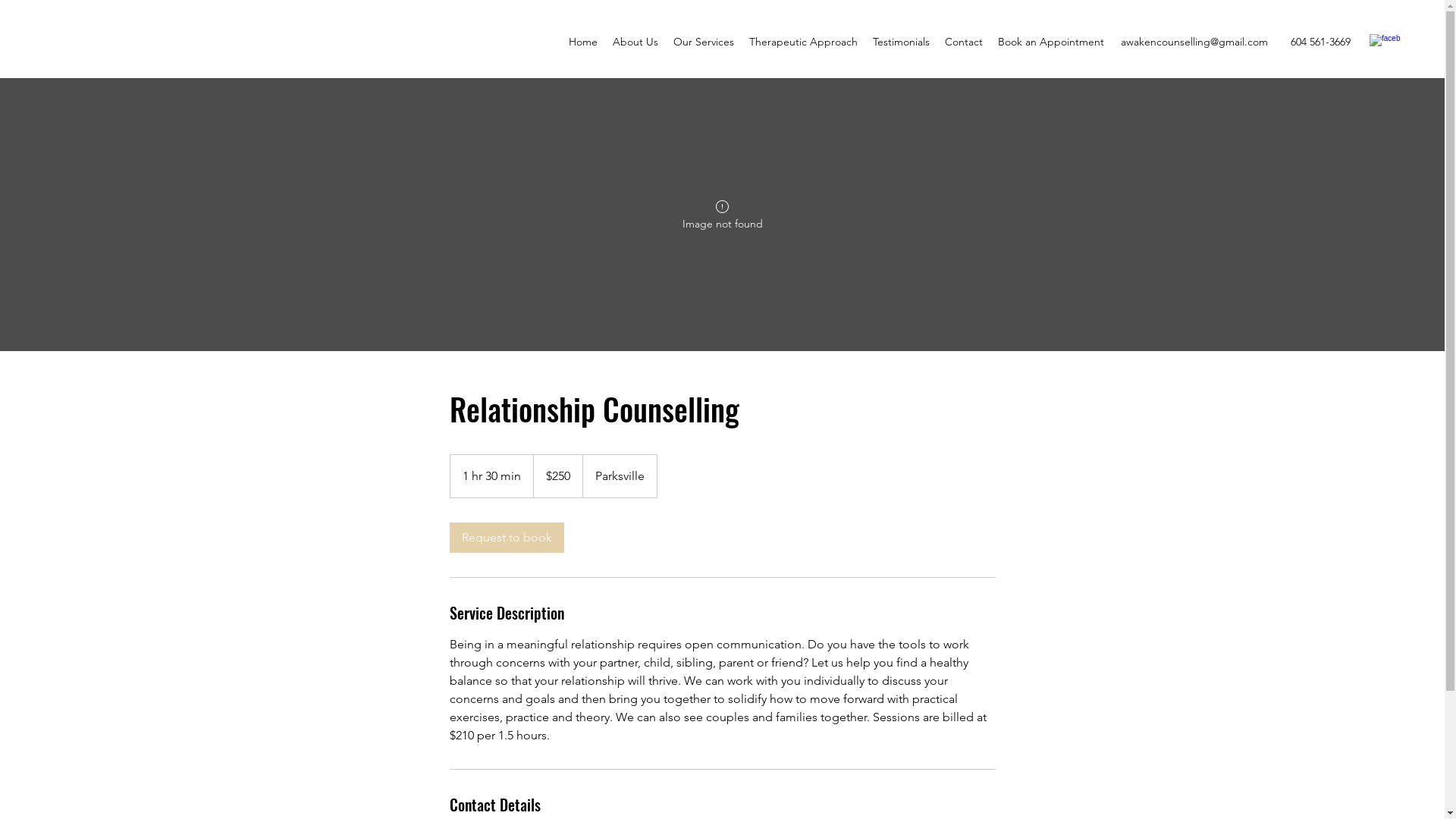 This screenshot has width=1456, height=819. I want to click on 'Testimonials', so click(901, 40).